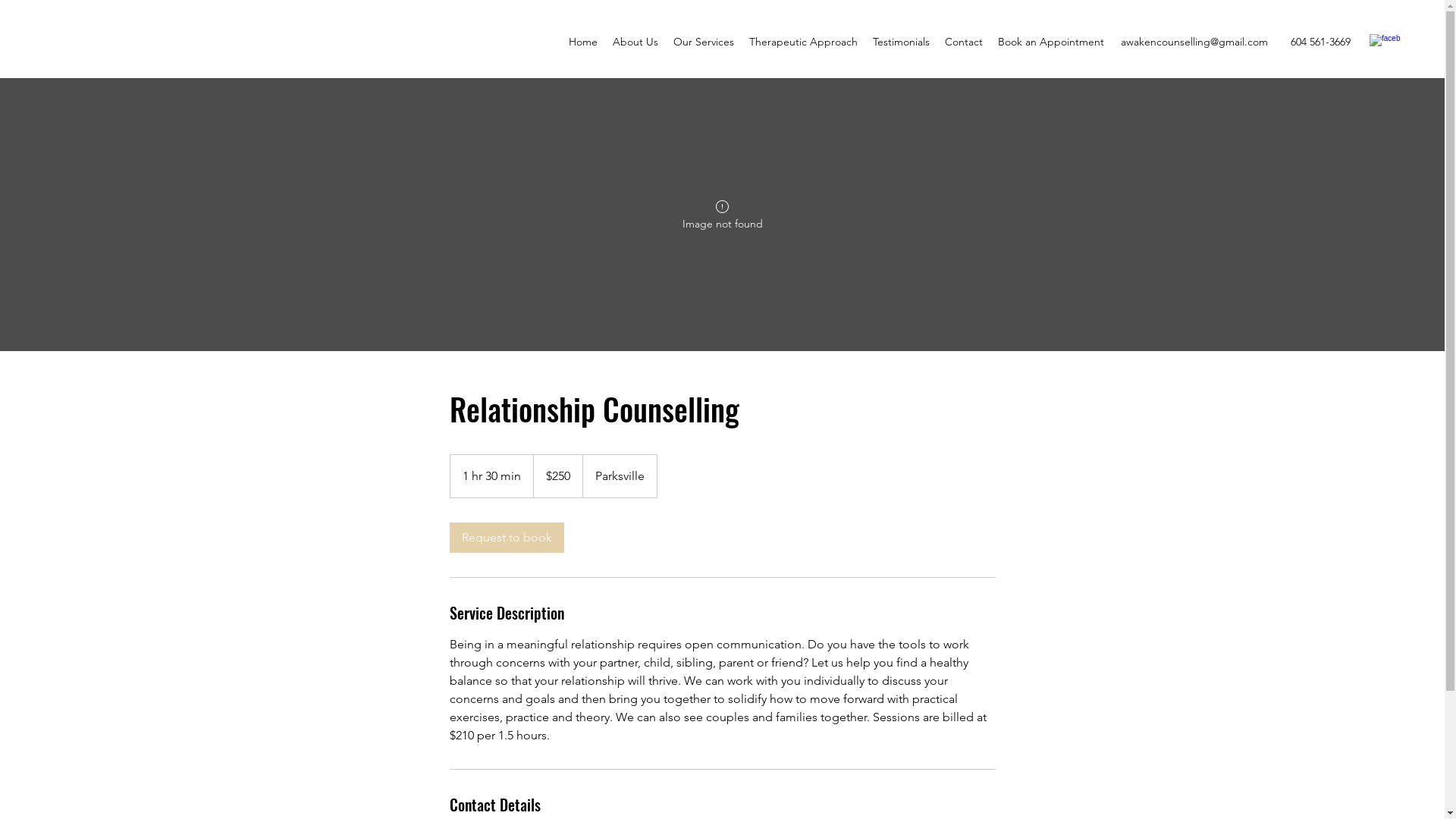 This screenshot has width=1456, height=819. I want to click on 'Testimonials', so click(901, 40).